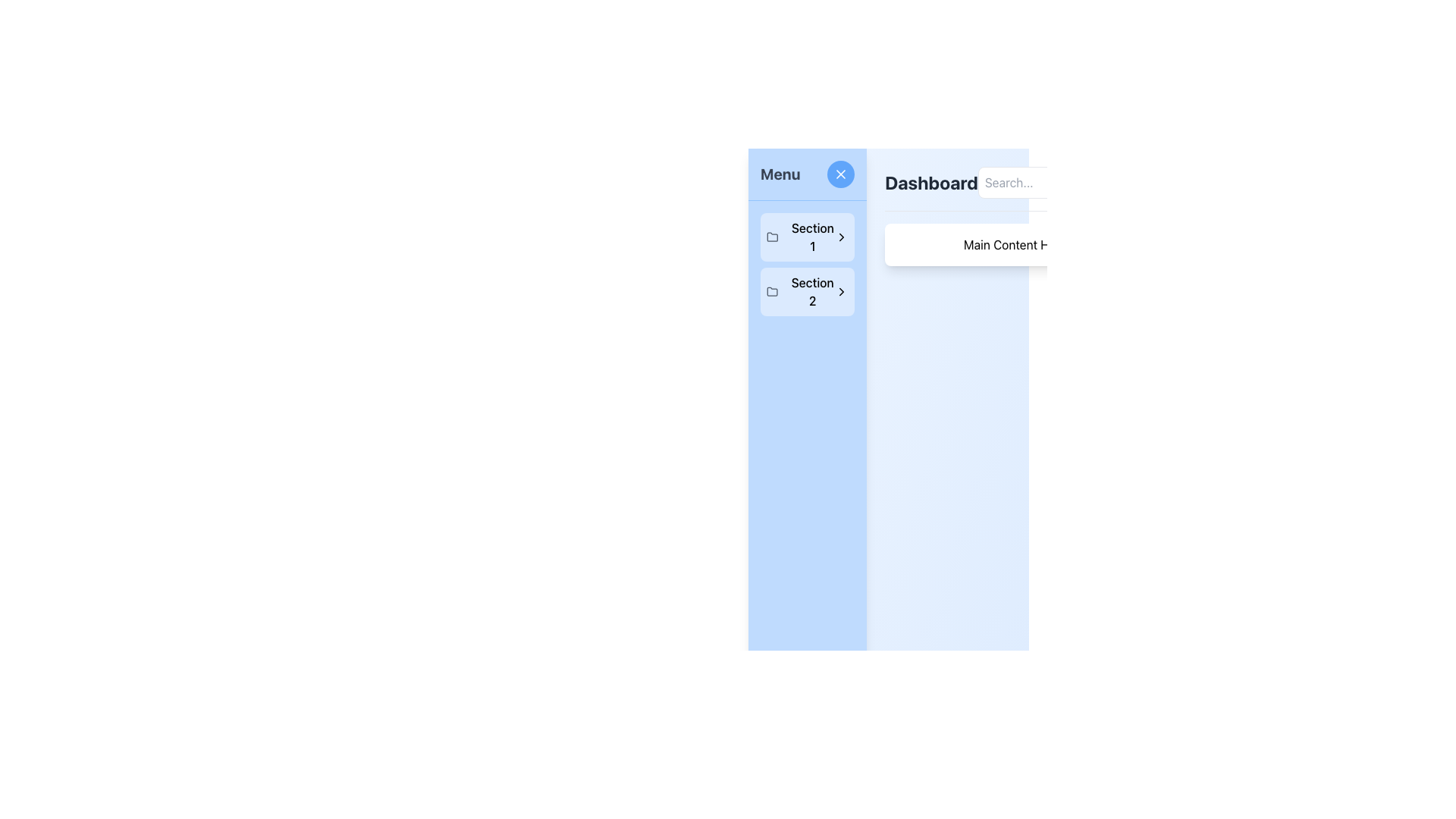  Describe the element at coordinates (841, 237) in the screenshot. I see `the small, right-pointing triangular arrow icon in the left-side menu next to the 'Section 1' text label` at that location.